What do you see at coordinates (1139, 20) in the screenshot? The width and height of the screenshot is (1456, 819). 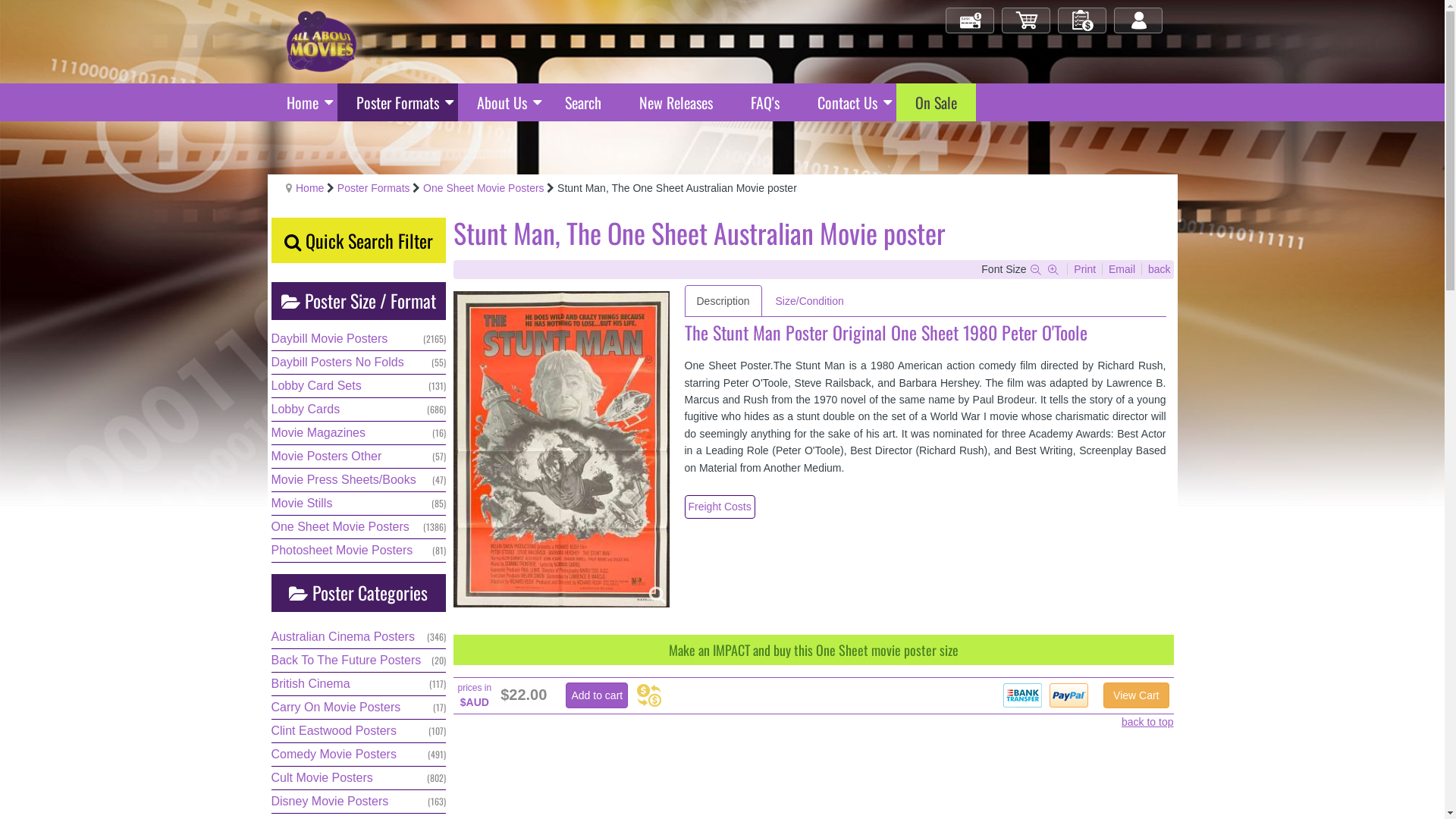 I see `'Log in/out'` at bounding box center [1139, 20].